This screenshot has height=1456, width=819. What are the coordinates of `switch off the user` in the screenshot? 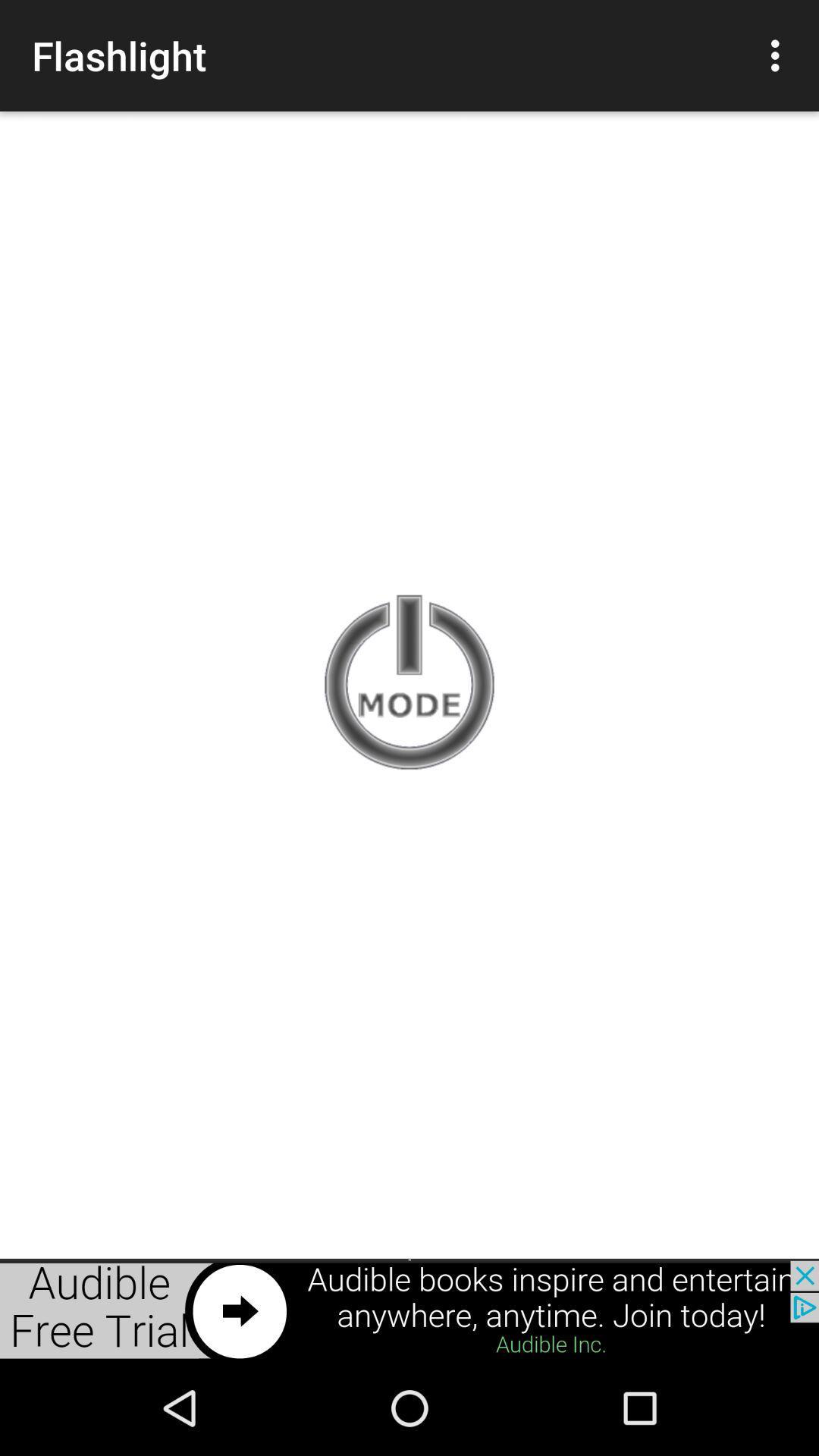 It's located at (409, 683).